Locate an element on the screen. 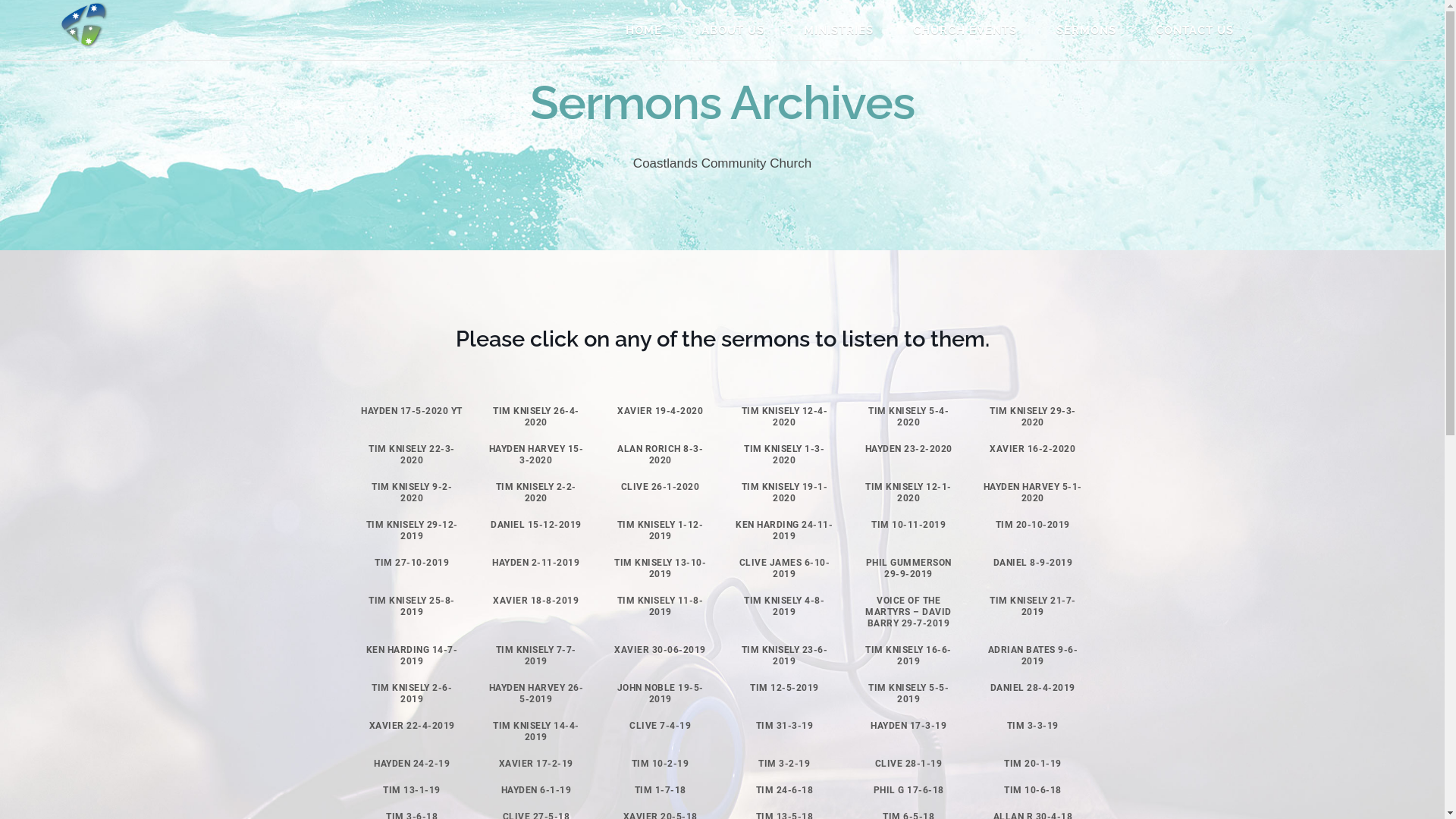 This screenshot has width=1456, height=819. 'XAVIER 19-4-2020' is located at coordinates (660, 411).